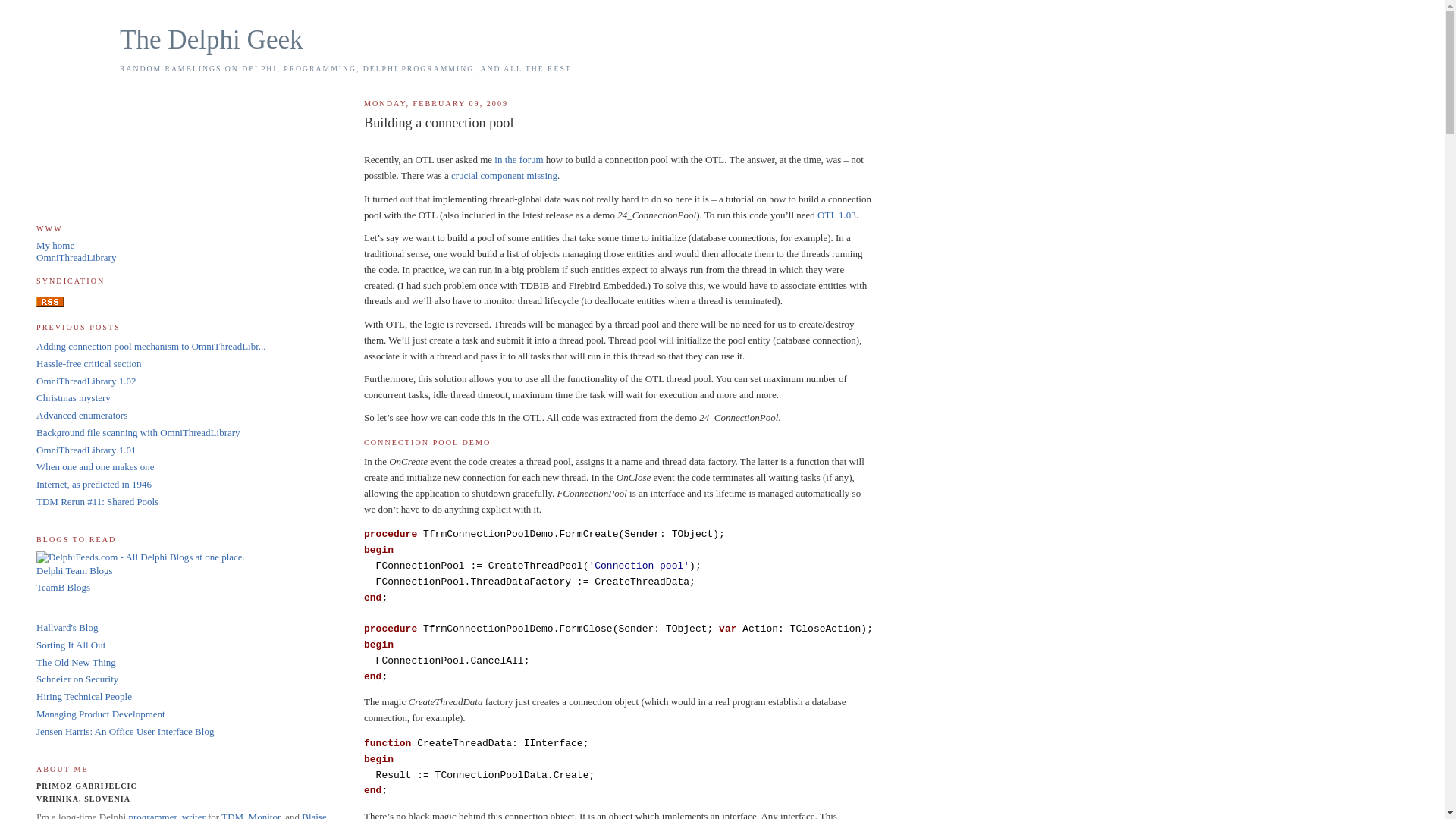 The height and width of the screenshot is (819, 1456). Describe the element at coordinates (80, 415) in the screenshot. I see `'Advanced enumerators'` at that location.